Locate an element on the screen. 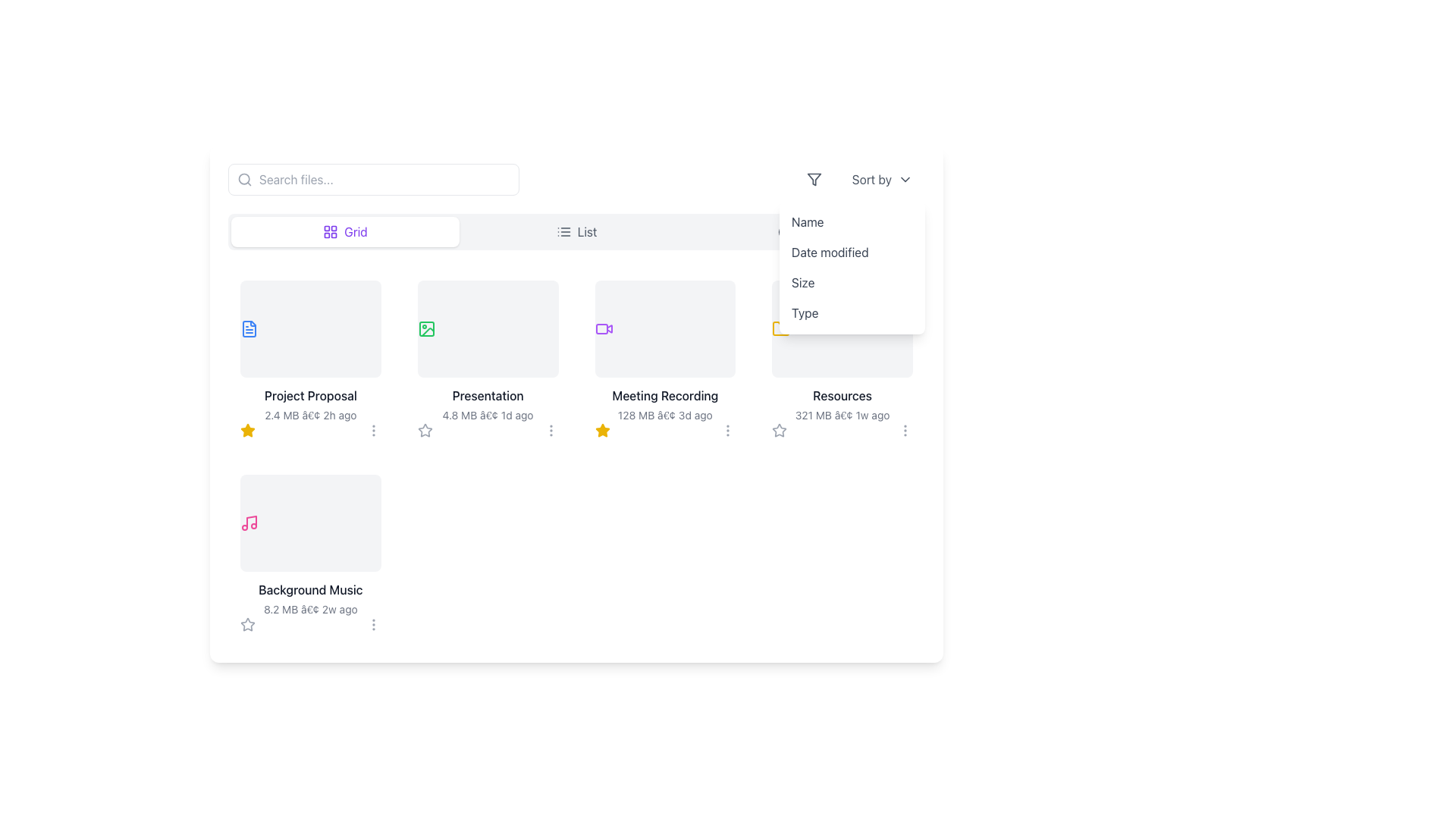  the recorded meeting file icon located within the 'Meeting Recording' card, which is the third item from the left in the top row of the file list is located at coordinates (603, 328).